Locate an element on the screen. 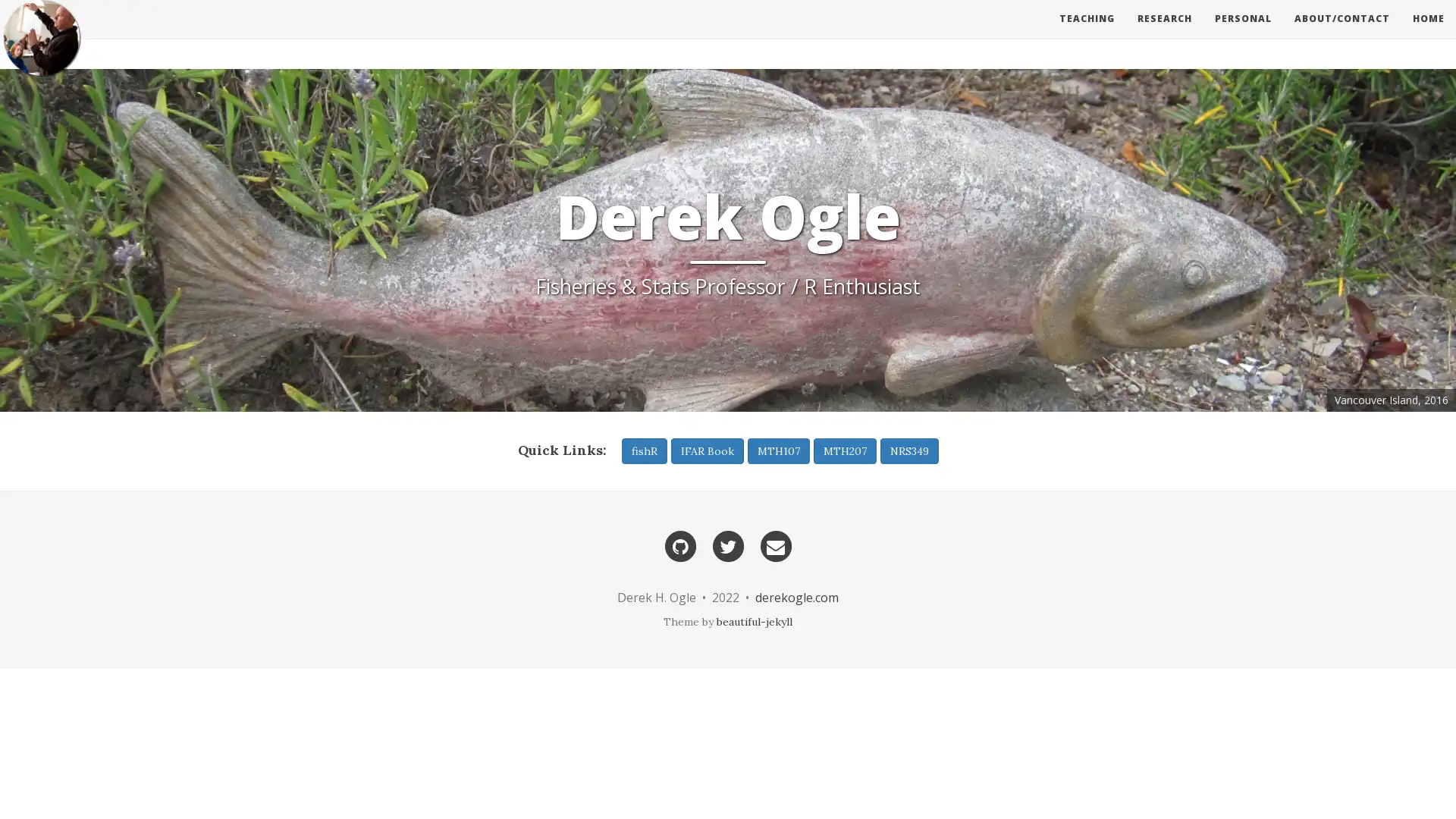 The image size is (1456, 819). NRS349 is located at coordinates (908, 450).